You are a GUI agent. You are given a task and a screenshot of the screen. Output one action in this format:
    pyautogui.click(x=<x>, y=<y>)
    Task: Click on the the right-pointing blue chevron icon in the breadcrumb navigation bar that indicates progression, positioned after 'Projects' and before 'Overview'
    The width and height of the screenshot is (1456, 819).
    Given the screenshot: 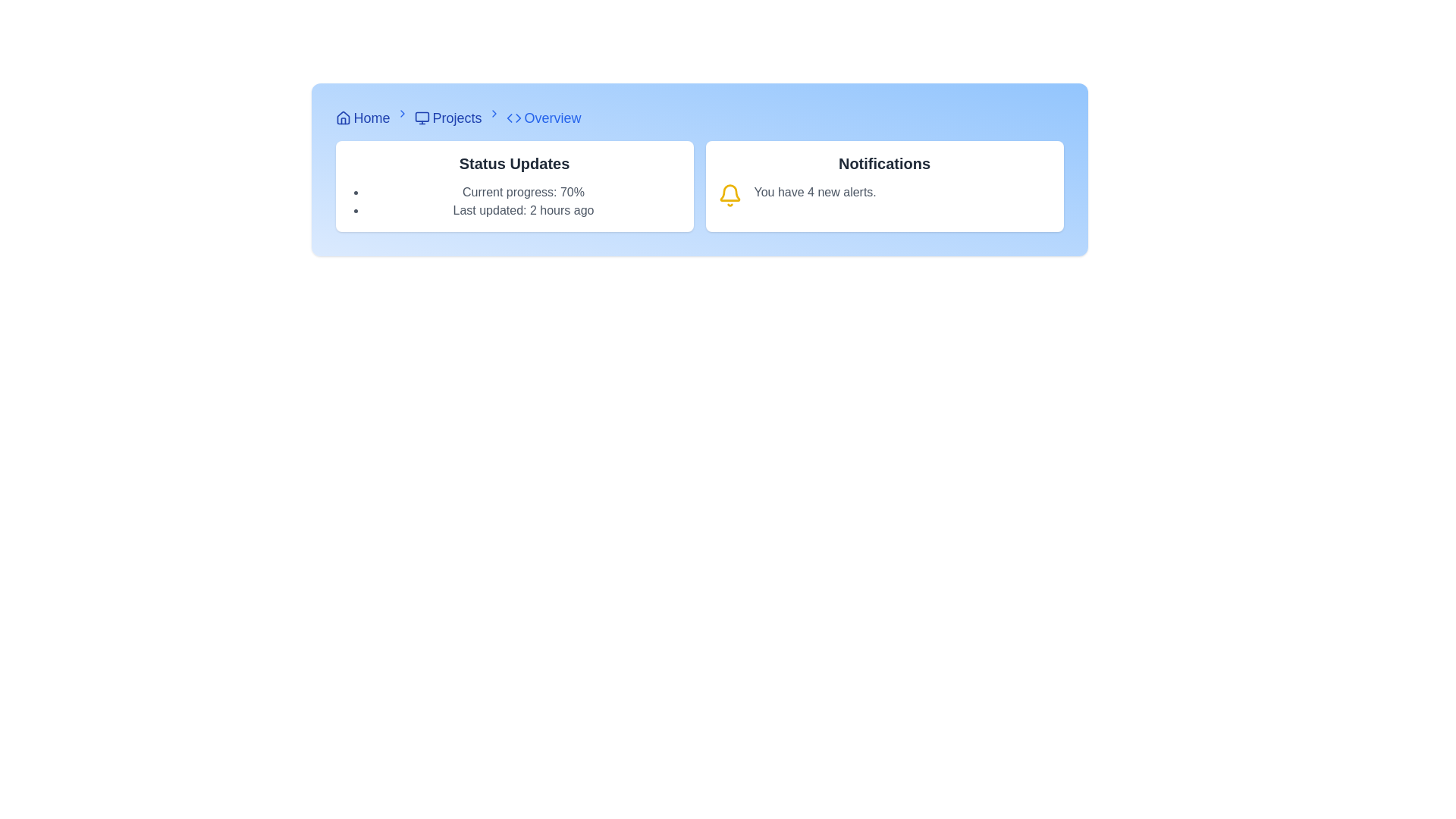 What is the action you would take?
    pyautogui.click(x=494, y=113)
    